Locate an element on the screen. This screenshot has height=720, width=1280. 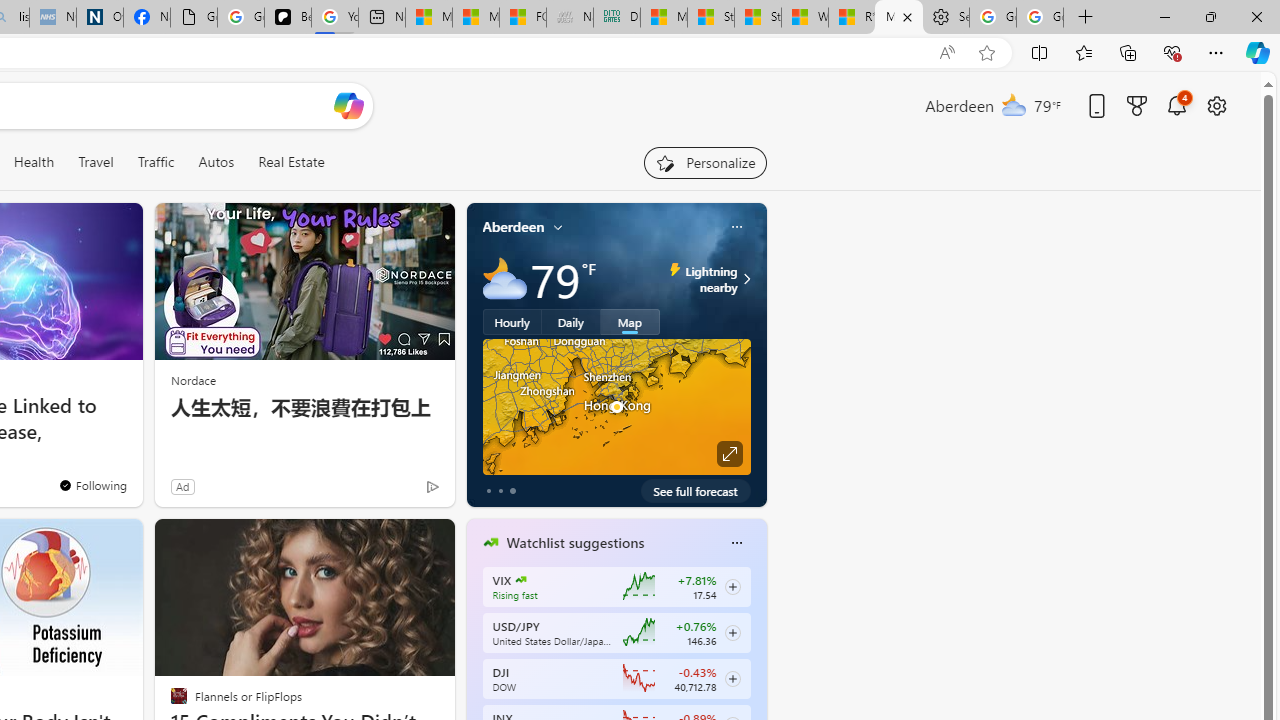
'Daily' is located at coordinates (570, 320).